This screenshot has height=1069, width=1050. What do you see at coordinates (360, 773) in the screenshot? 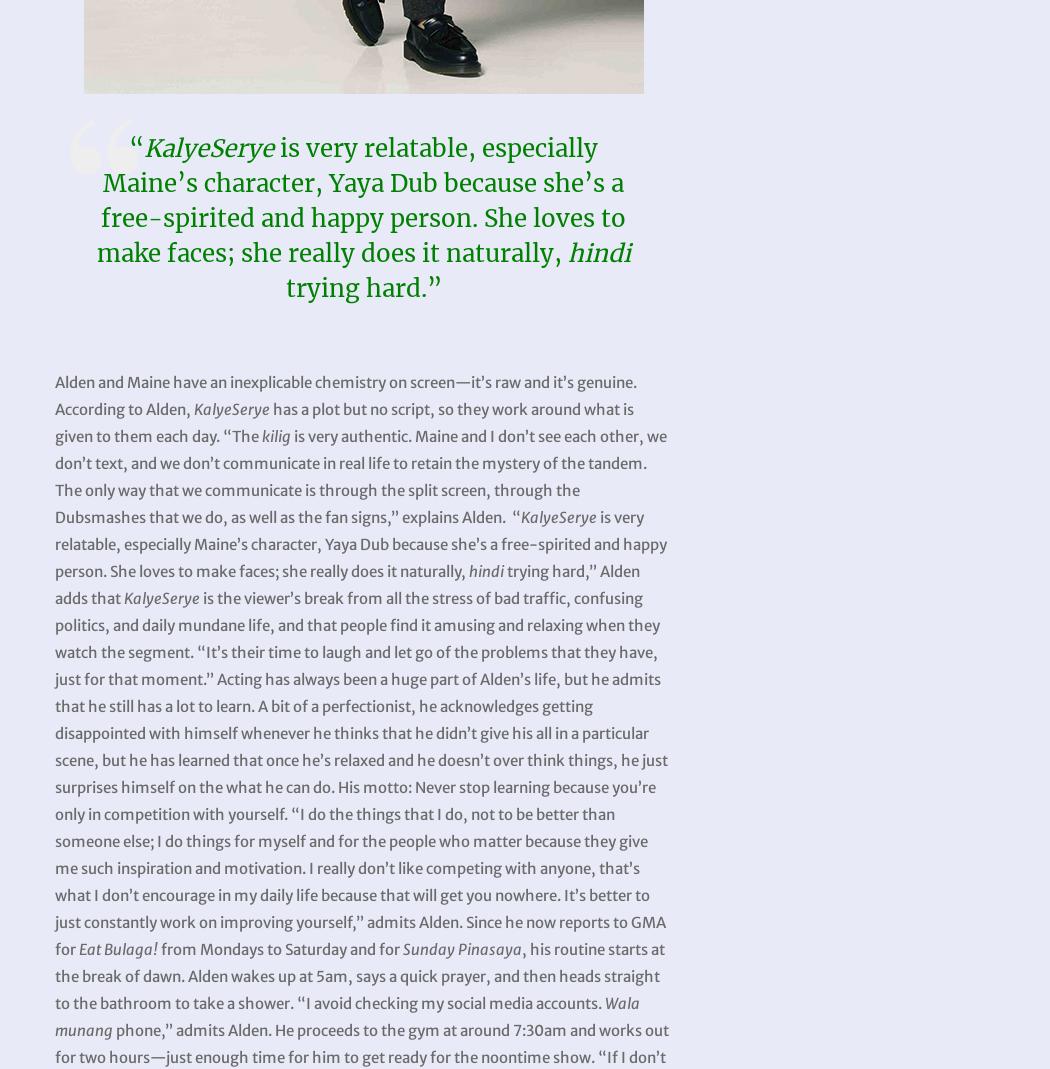
I see `'is the viewer’s break from all the stress of bad traffic, confusing politics, and daily mundane life, and that people find it amusing and relaxing when they watch the segment. “It’s their time to laugh and let go of the problems that they have, just for that moment.” Acting has always been a huge part of Alden’s life, but he admits that he still has a lot to learn. A bit of a perfectionist, he acknowledges getting disappointed with himself whenever he thinks that he didn’t give his all in a particular scene, but he has learned that once he’s relaxed and he doesn’t over think things, he just surprises himself on the what he can do. His motto: Never stop learning because you’re only in competition with yourself. “I do the things that I do, not to be better than someone else; I do things for myself and for the people who matter because they give me such inspiration and motivation. I really don’t like competing with anyone, that’s what I don’t encourage in my daily life because that will get you nowhere. It’s better to just constantly work on improving yourself,” admits Alden. Since he now reports to GMA for'` at bounding box center [360, 773].